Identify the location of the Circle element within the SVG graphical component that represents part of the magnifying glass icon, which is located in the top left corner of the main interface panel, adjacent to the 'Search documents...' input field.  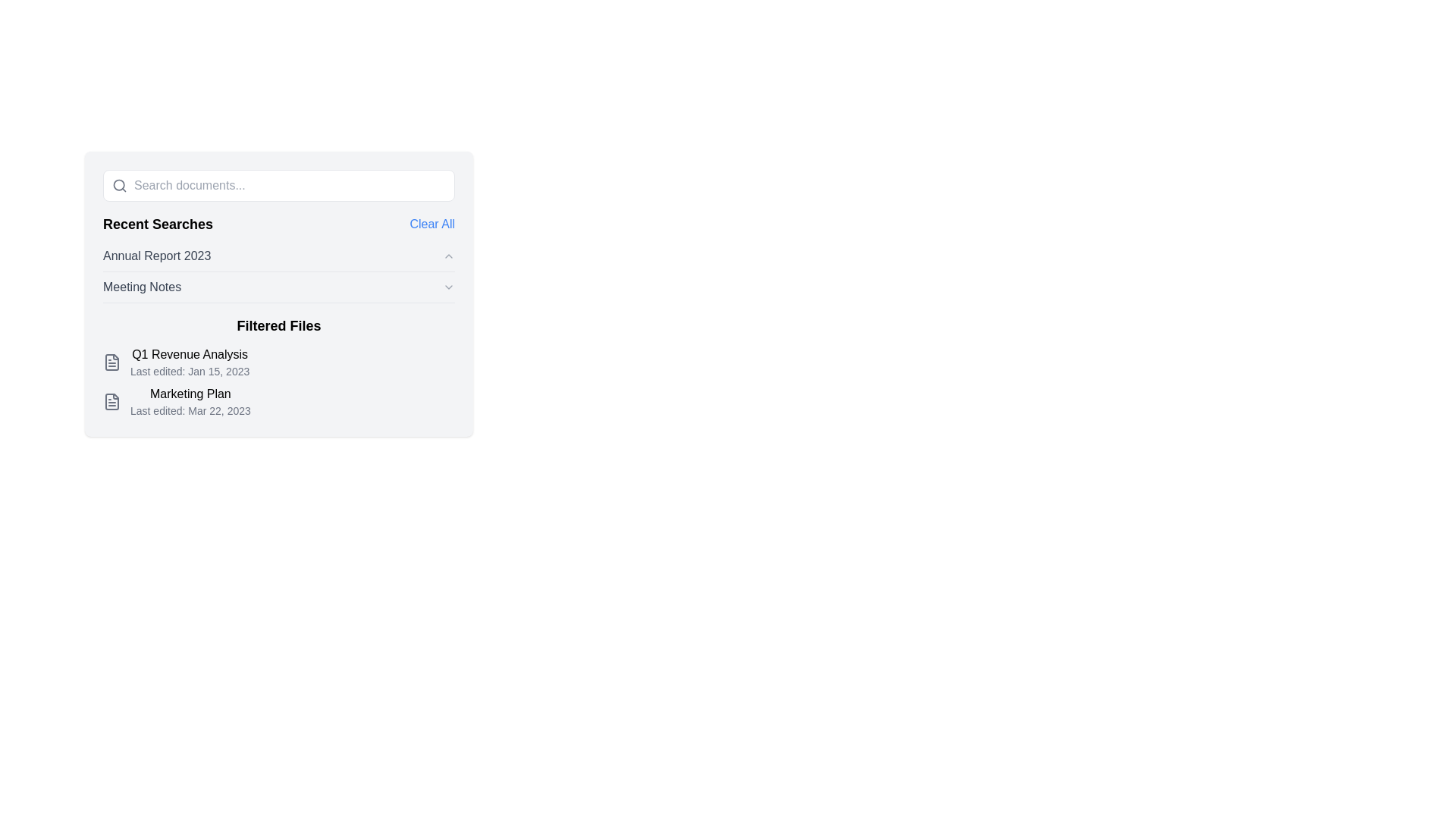
(118, 184).